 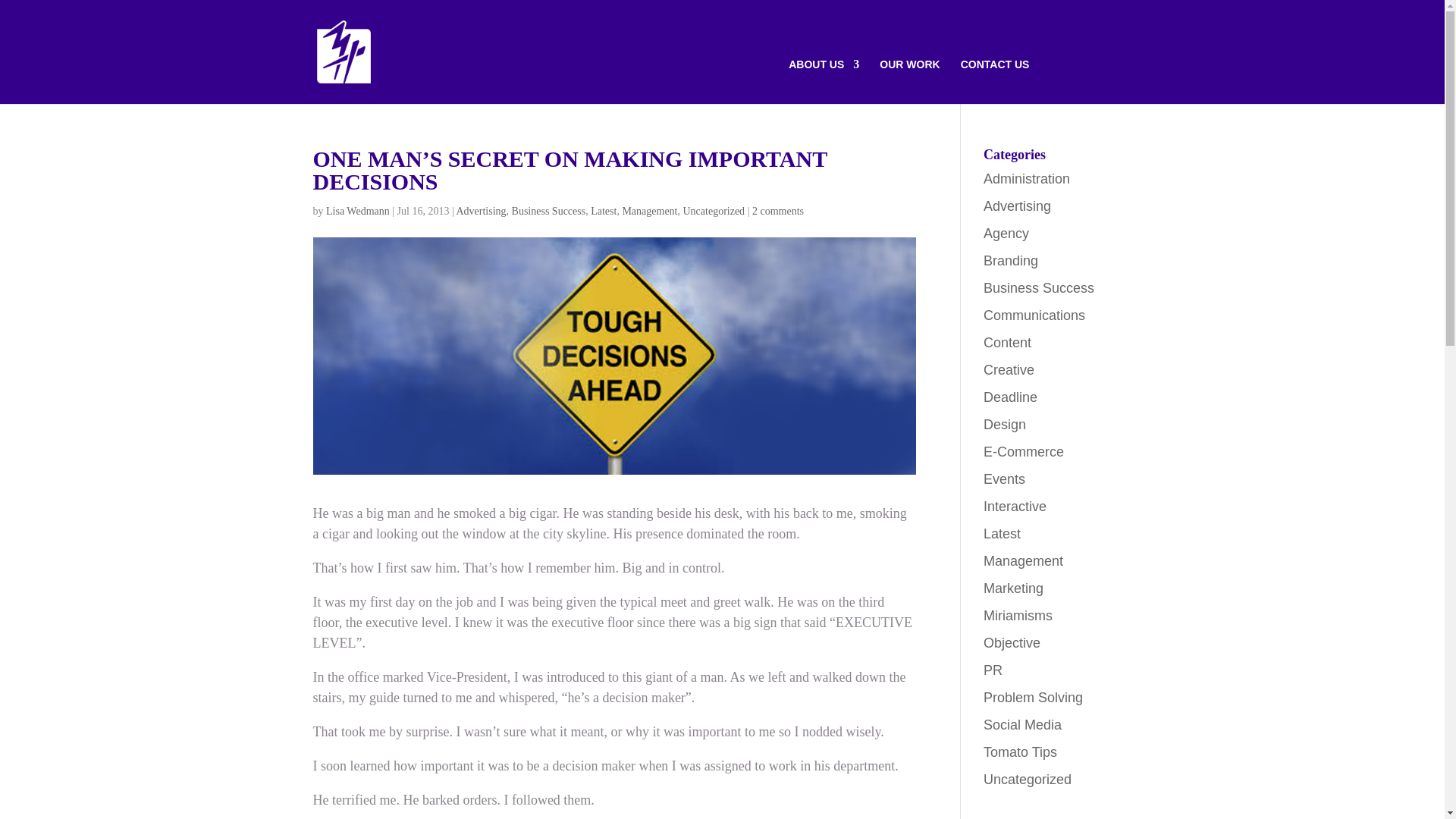 I want to click on 'Deadline', so click(x=983, y=397).